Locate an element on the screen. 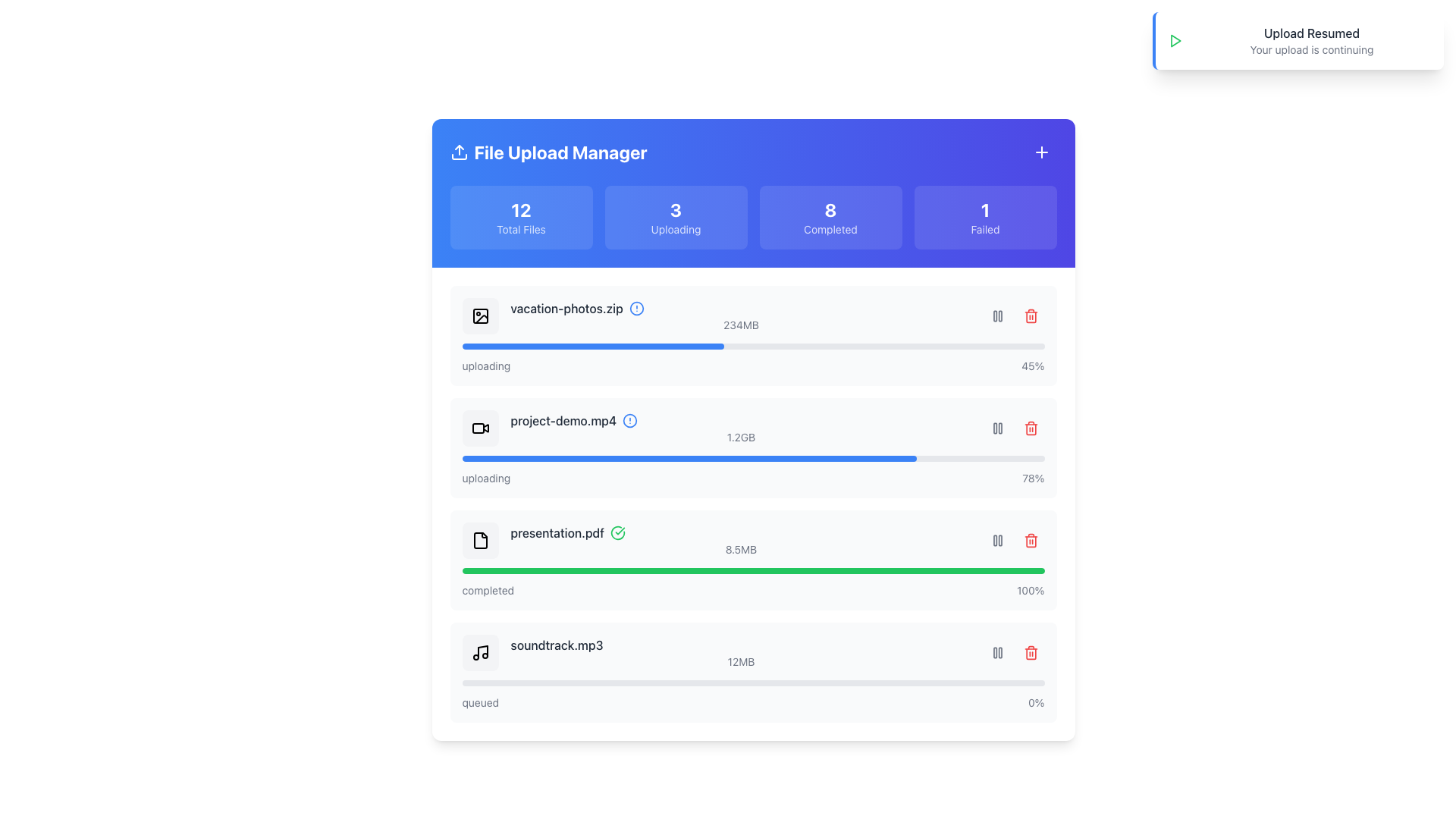 The image size is (1456, 819). the icon resembling a picture frame with a circle and diagonal line, which is part of the first file upload entry and aligned to the left side is located at coordinates (479, 315).